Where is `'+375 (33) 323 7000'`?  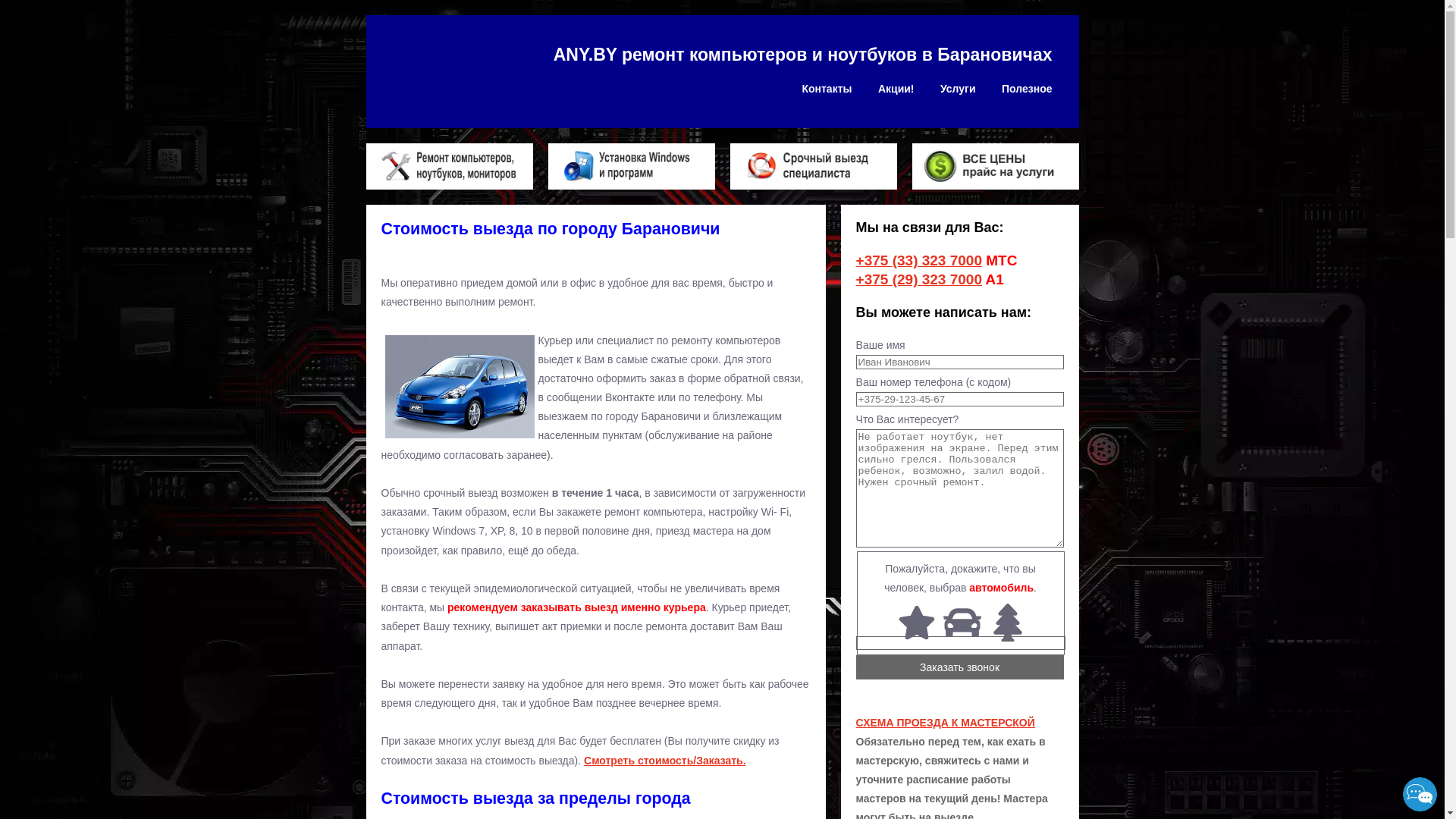
'+375 (33) 323 7000' is located at coordinates (918, 259).